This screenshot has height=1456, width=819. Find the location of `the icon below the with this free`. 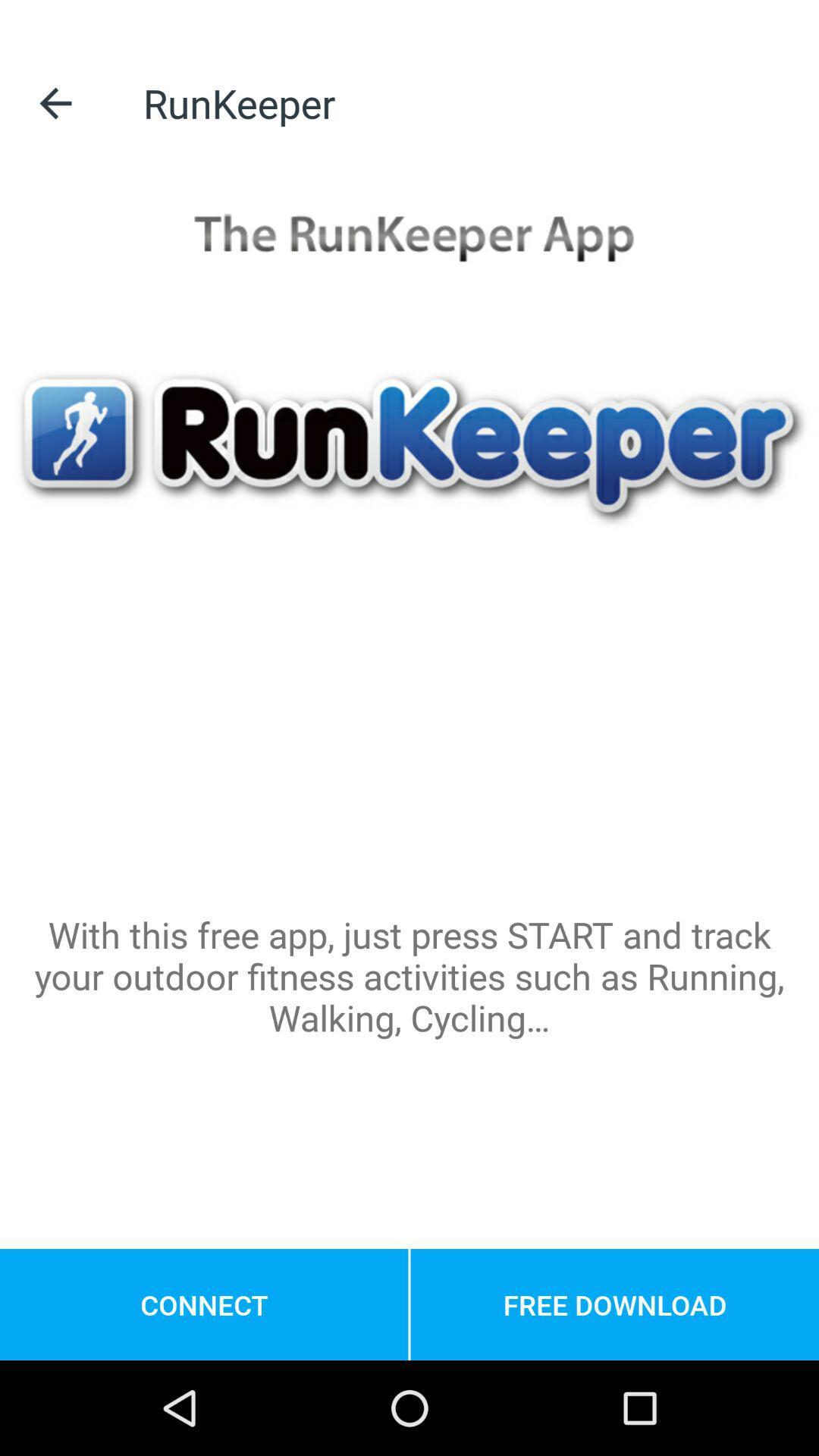

the icon below the with this free is located at coordinates (614, 1304).